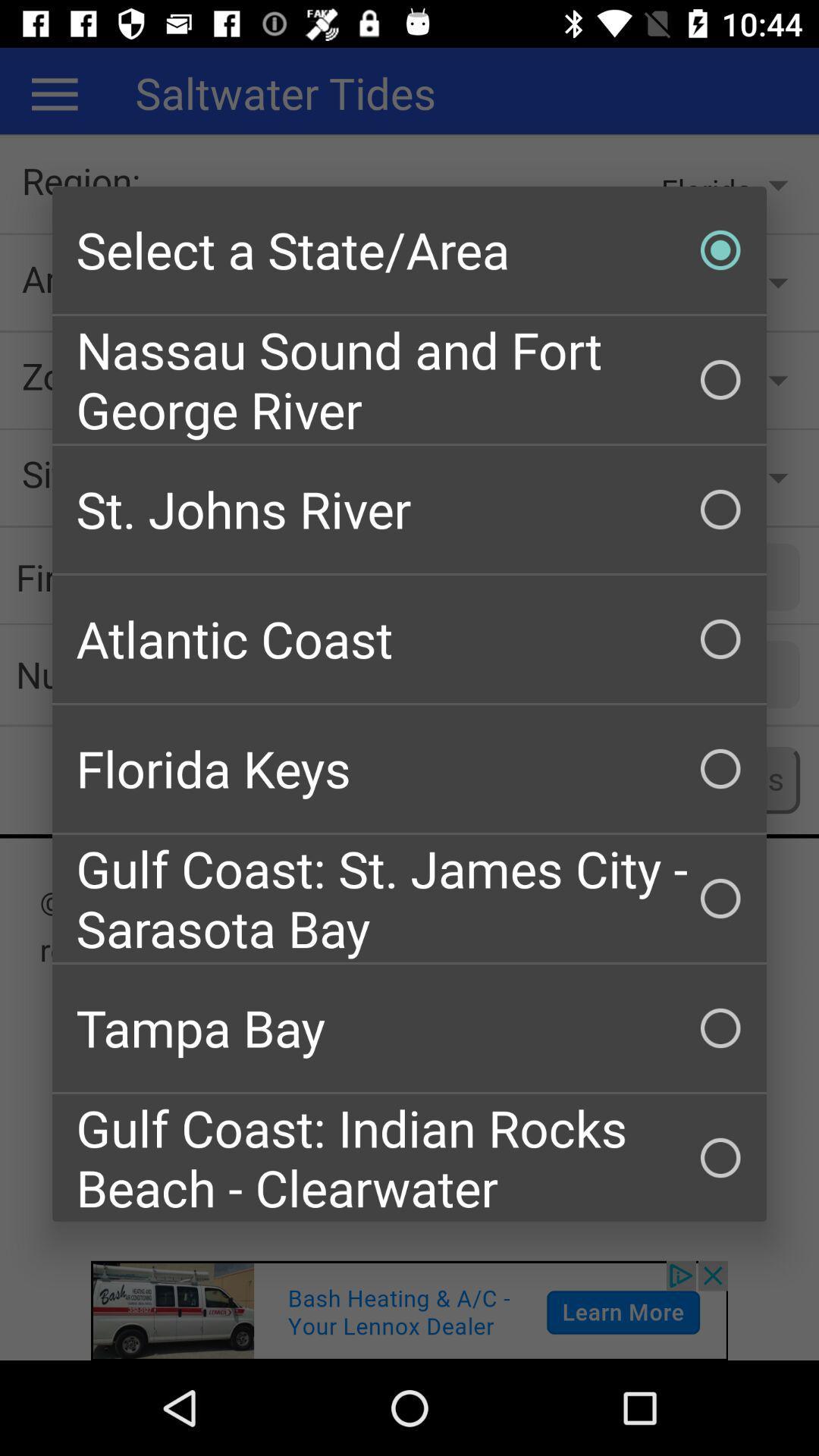  What do you see at coordinates (409, 768) in the screenshot?
I see `the florida keys` at bounding box center [409, 768].